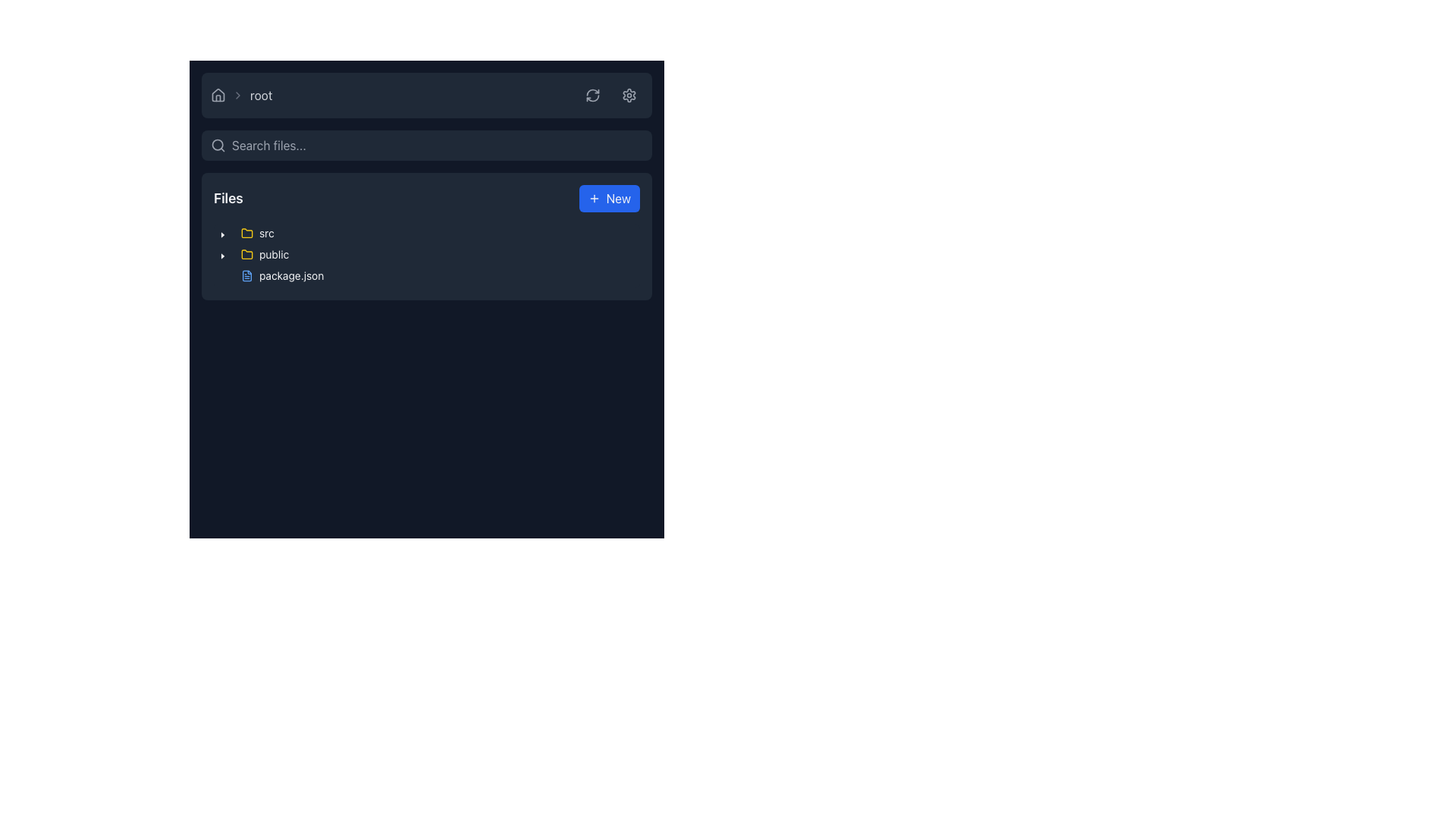  I want to click on the toggle button icon indicating a collapsed state located to the left of the 'src' folder label in the hierarchical file tree structure, so click(221, 234).